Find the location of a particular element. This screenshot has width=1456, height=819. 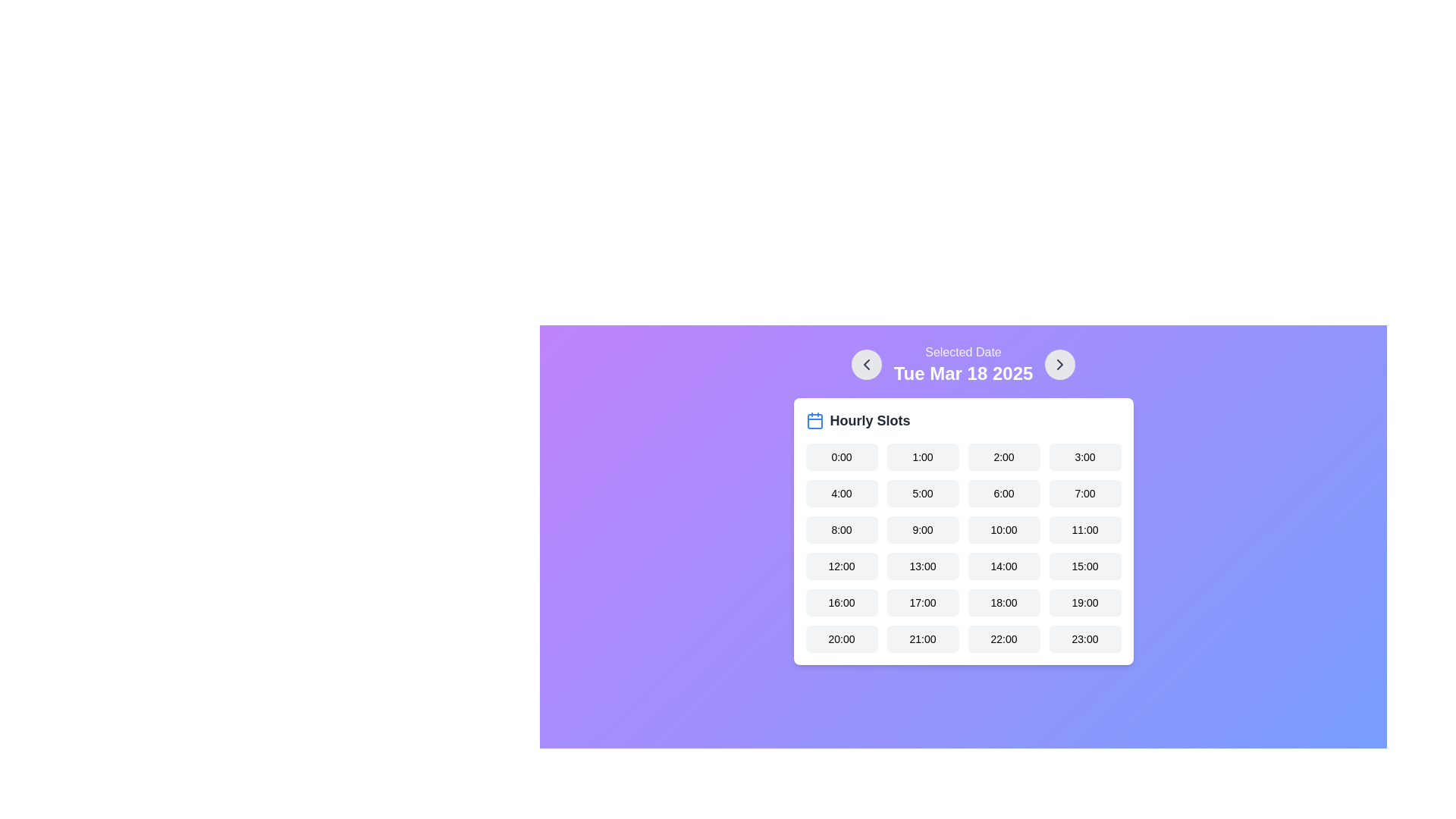

the '21:00' time slot button located in the second column of the sixth row within the 'Hourly Slots' grid is located at coordinates (922, 639).